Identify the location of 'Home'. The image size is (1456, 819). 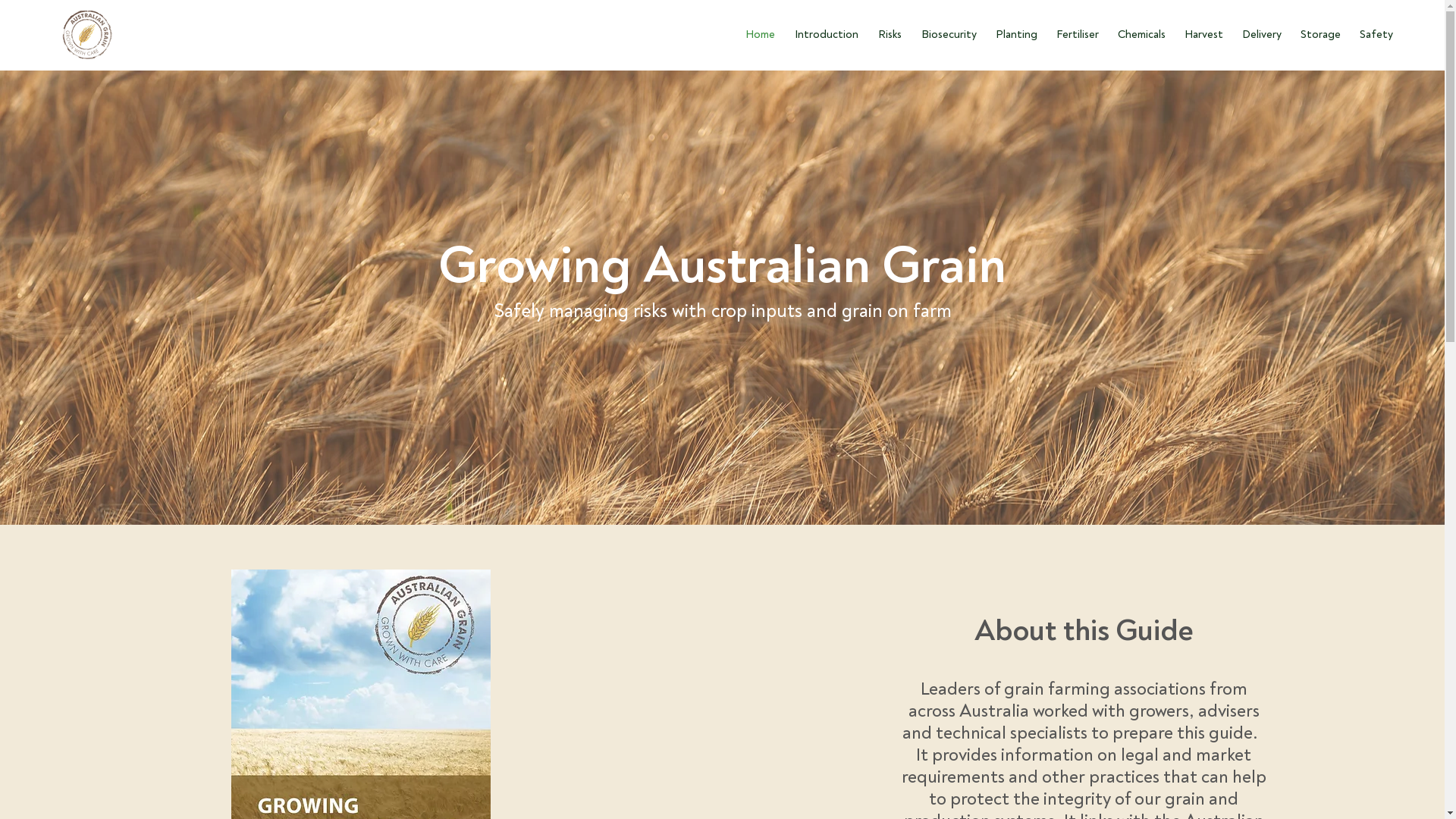
(758, 34).